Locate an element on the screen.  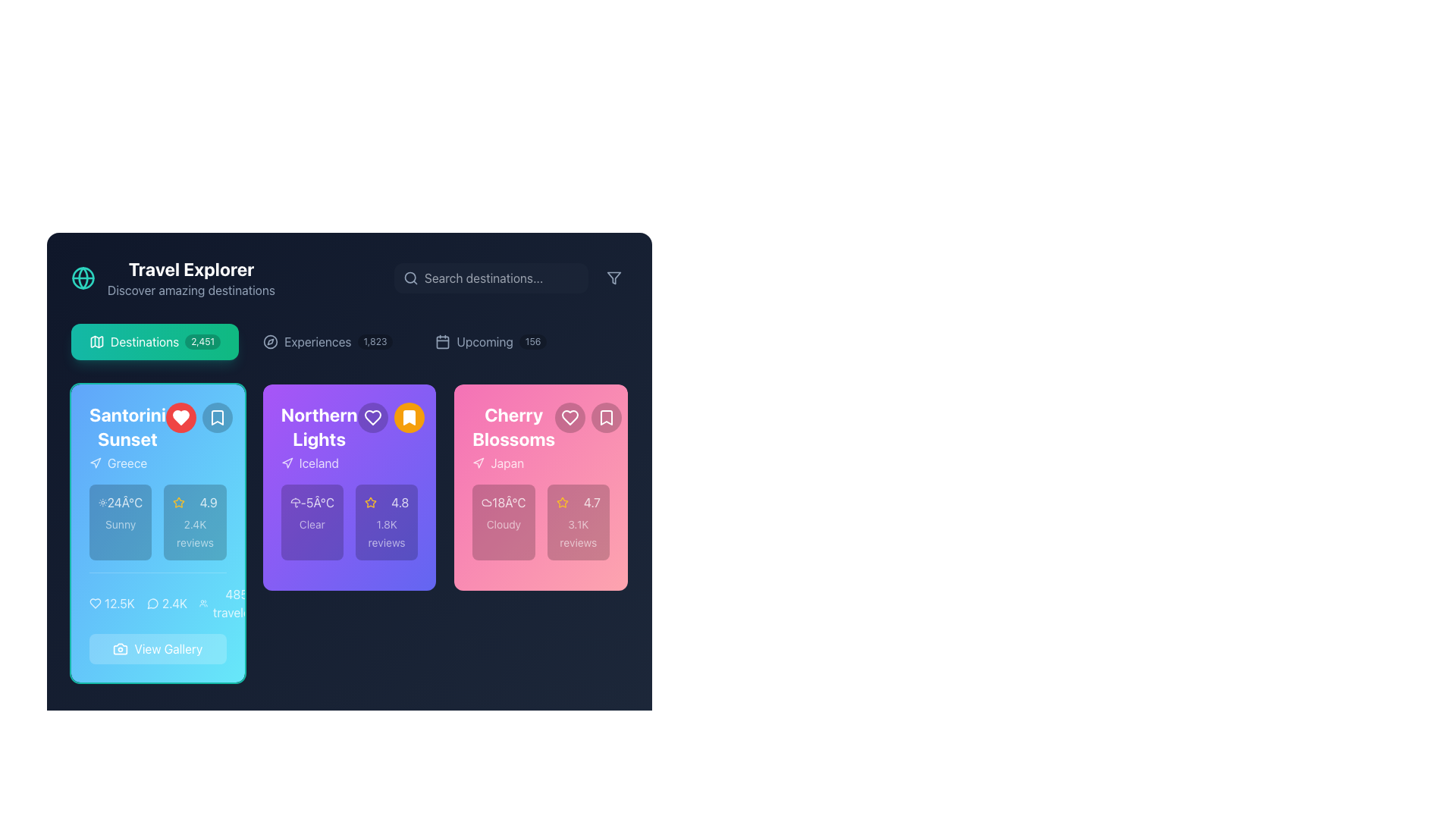
temperature information displayed as '24°C' in the text label on the blue background within the 'Santorini Sunset' card under the 'Travel Explorer' header is located at coordinates (124, 503).